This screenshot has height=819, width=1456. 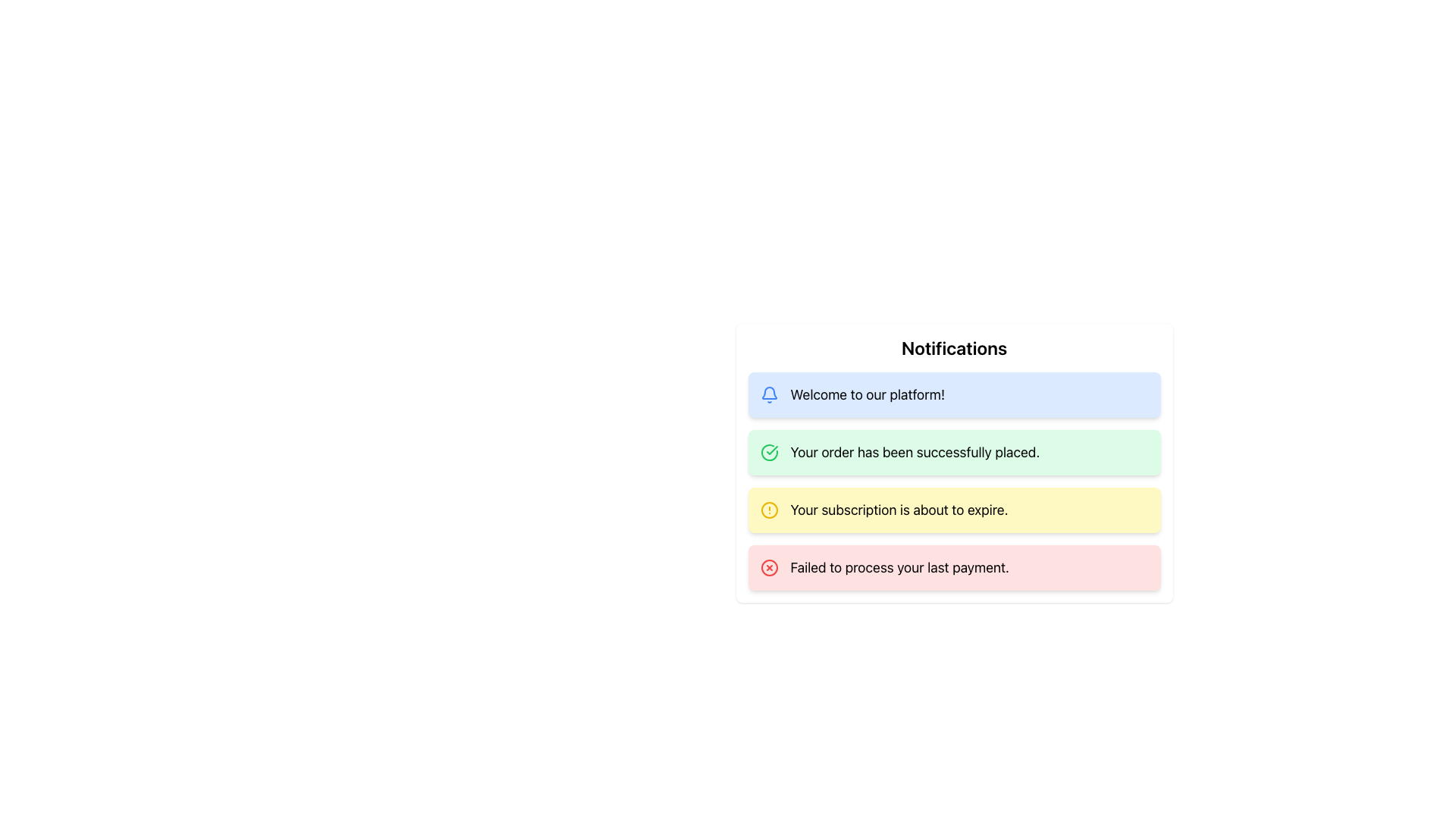 I want to click on the informational notification with a green background that contains a checkmark icon and the text 'Your order has been successfully placed.', so click(x=953, y=482).